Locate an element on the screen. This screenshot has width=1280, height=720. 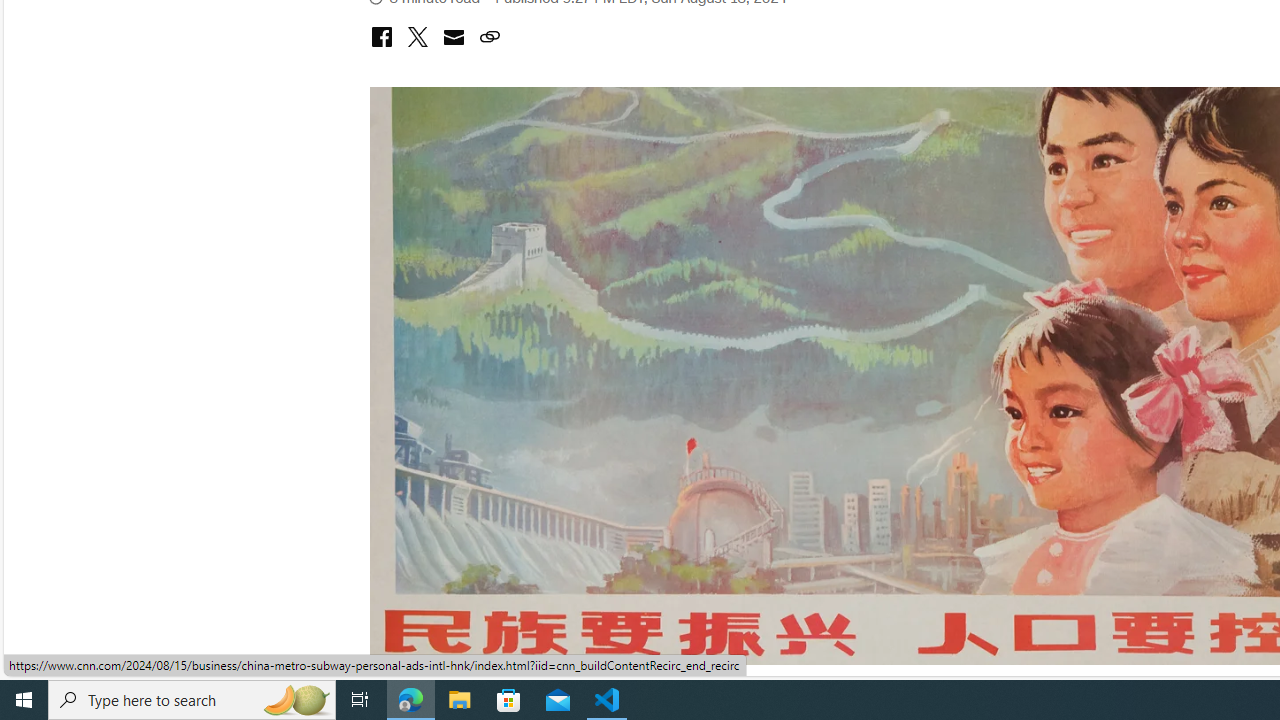
'share with email' is located at coordinates (452, 39).